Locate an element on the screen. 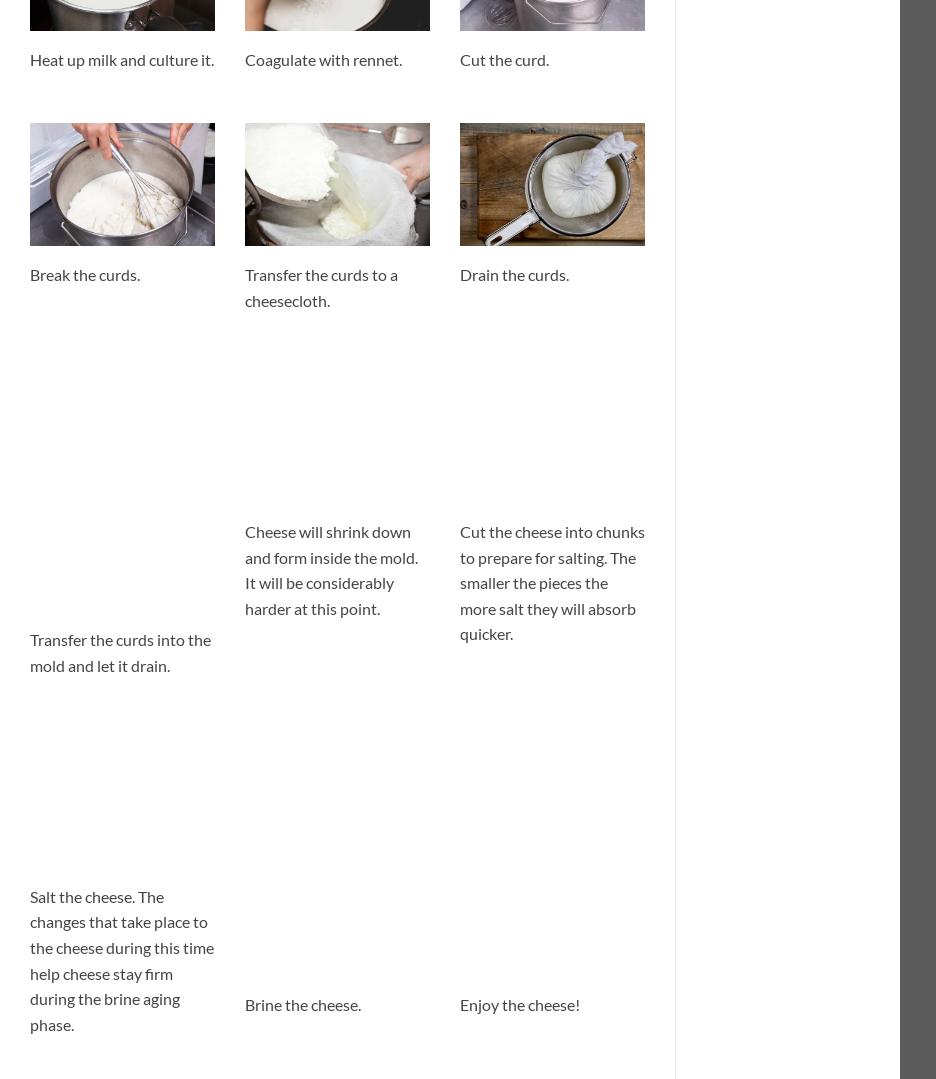 Image resolution: width=936 pixels, height=1079 pixels. 'Cut the curd.' is located at coordinates (503, 57).